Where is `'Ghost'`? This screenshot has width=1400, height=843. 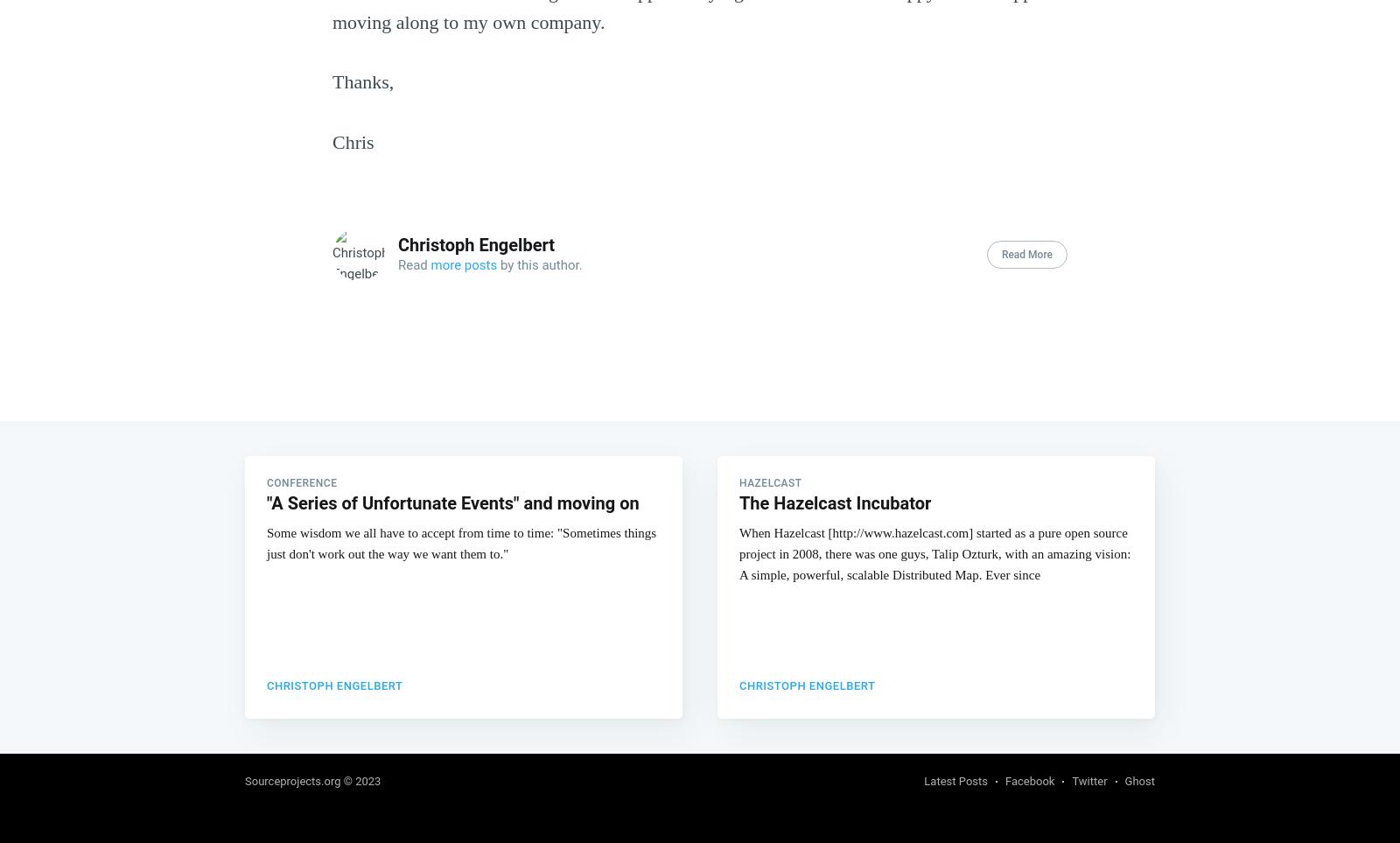
'Ghost' is located at coordinates (1138, 779).